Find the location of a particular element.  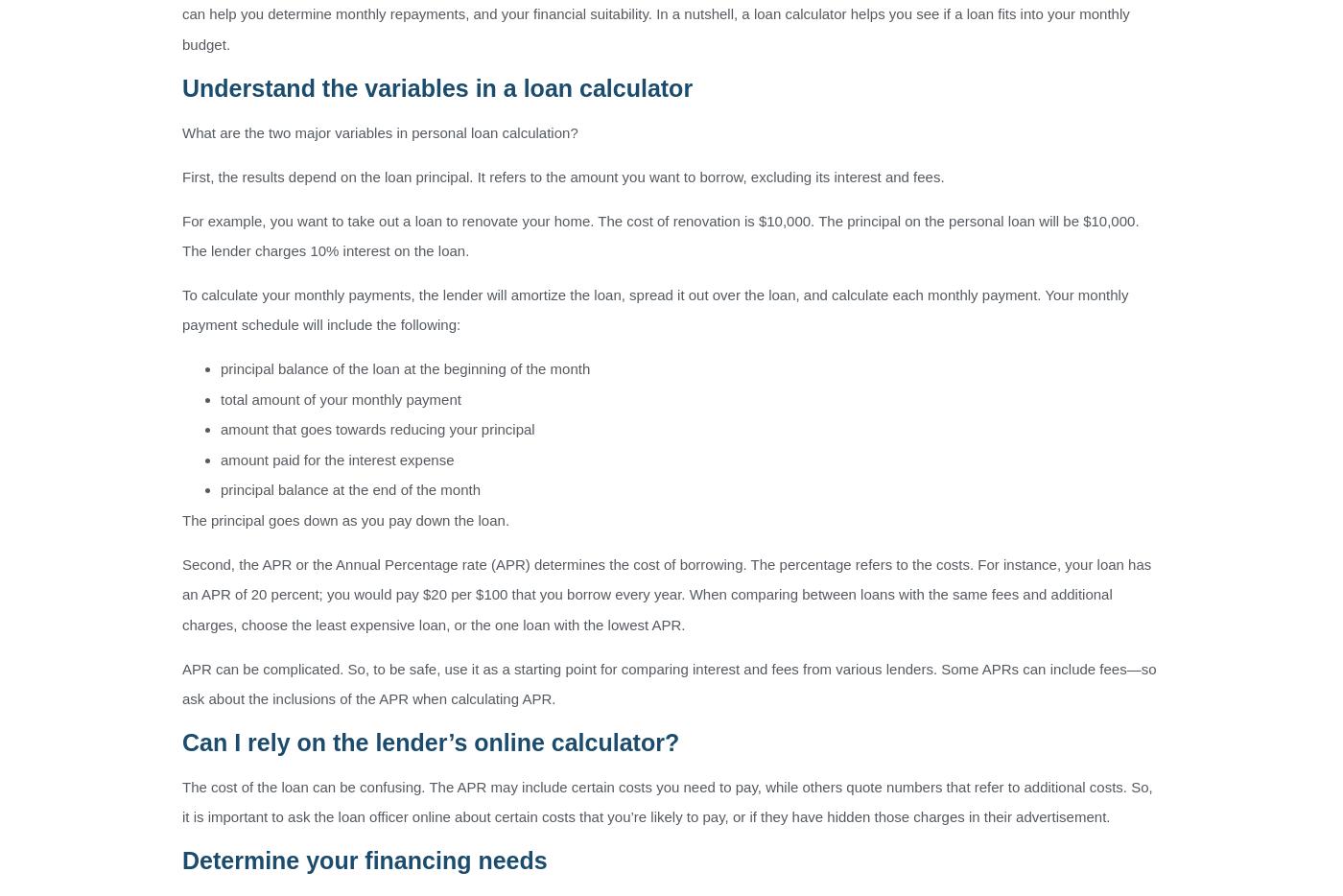

'amount that goes towards reducing your principal' is located at coordinates (221, 429).